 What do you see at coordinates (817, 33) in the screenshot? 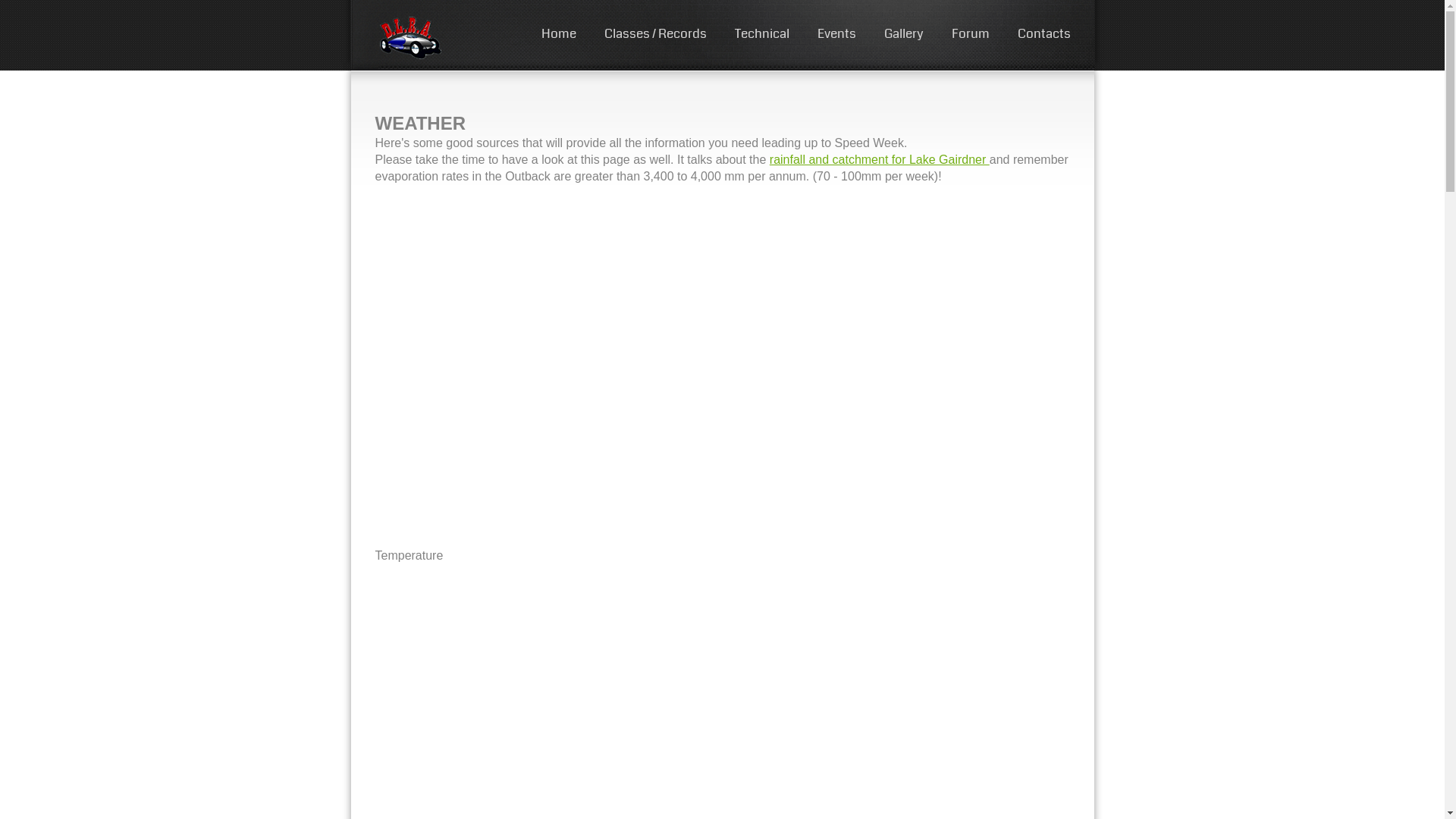
I see `'Events'` at bounding box center [817, 33].